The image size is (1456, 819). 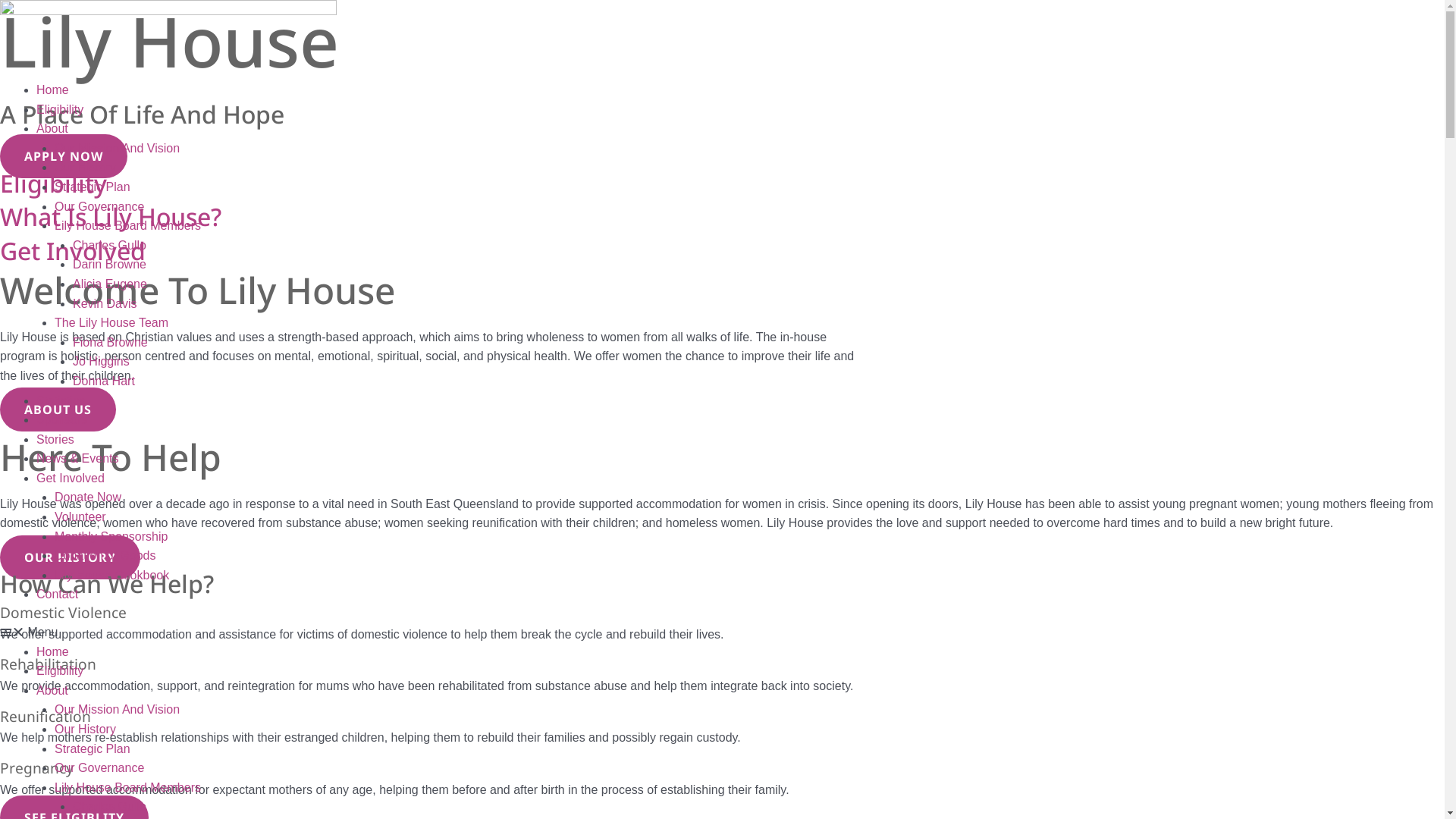 I want to click on 'Monthly Sponsorship', so click(x=110, y=535).